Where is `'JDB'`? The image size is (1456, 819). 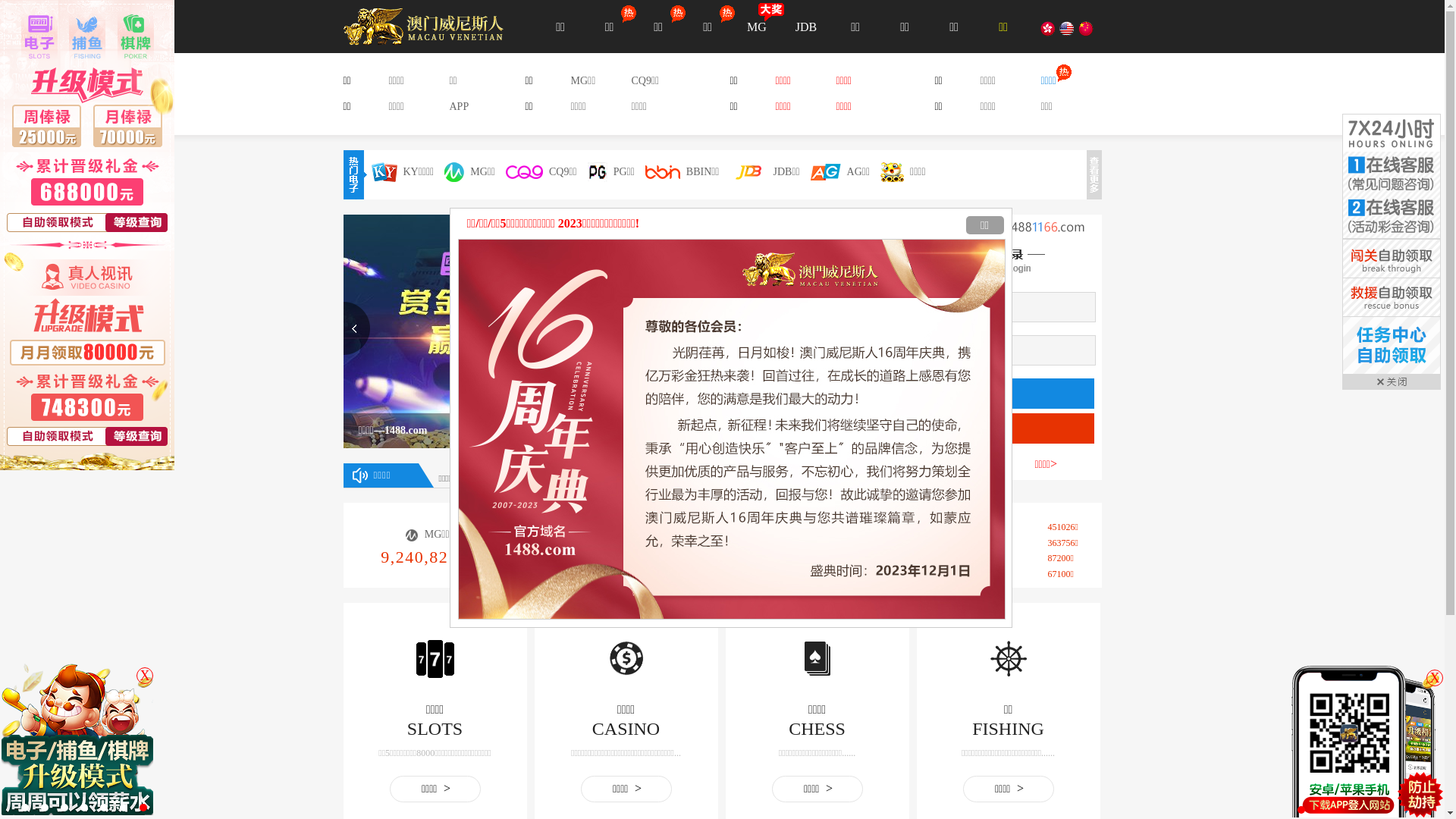 'JDB' is located at coordinates (805, 26).